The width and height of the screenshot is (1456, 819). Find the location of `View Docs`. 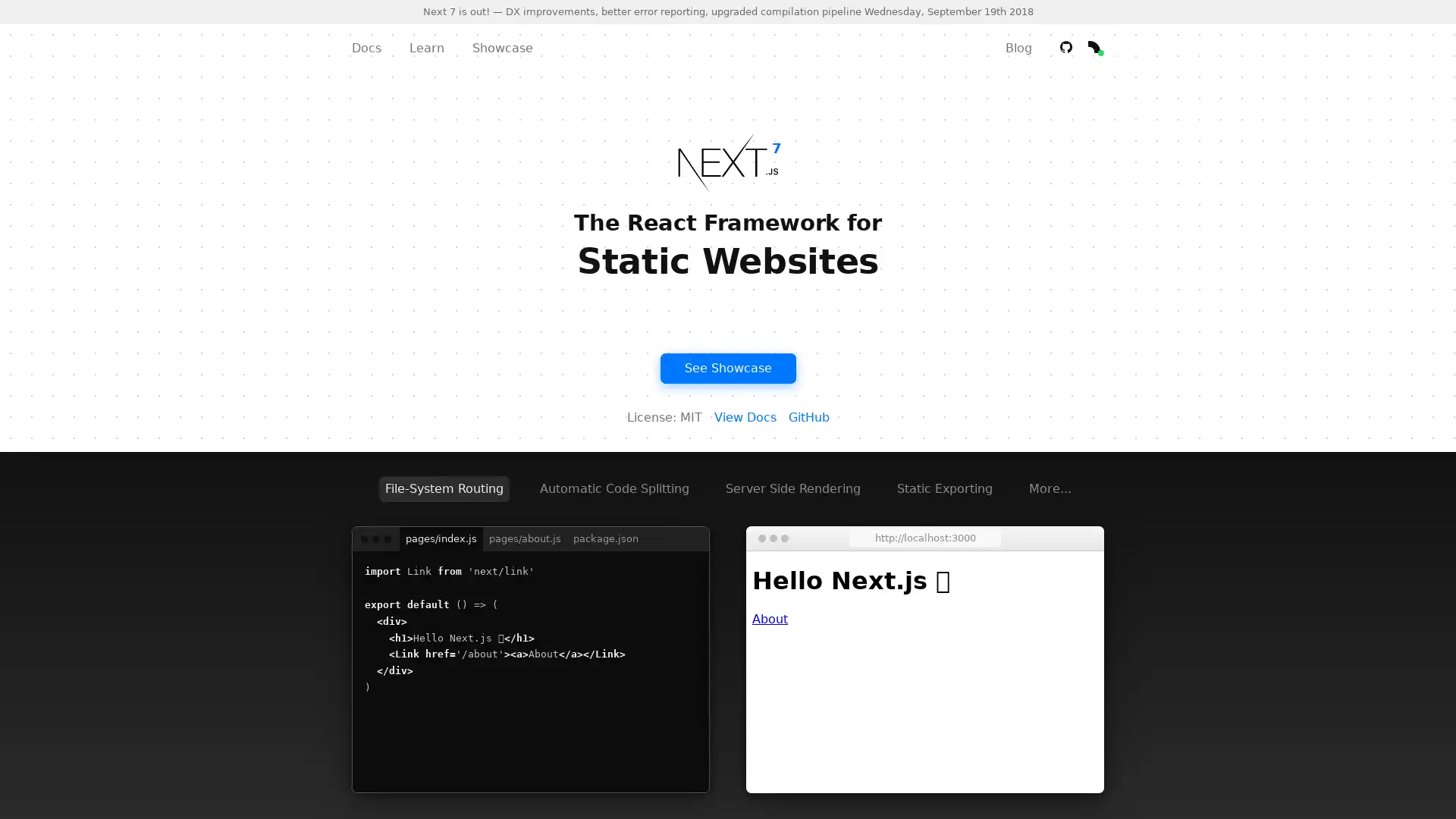

View Docs is located at coordinates (745, 417).